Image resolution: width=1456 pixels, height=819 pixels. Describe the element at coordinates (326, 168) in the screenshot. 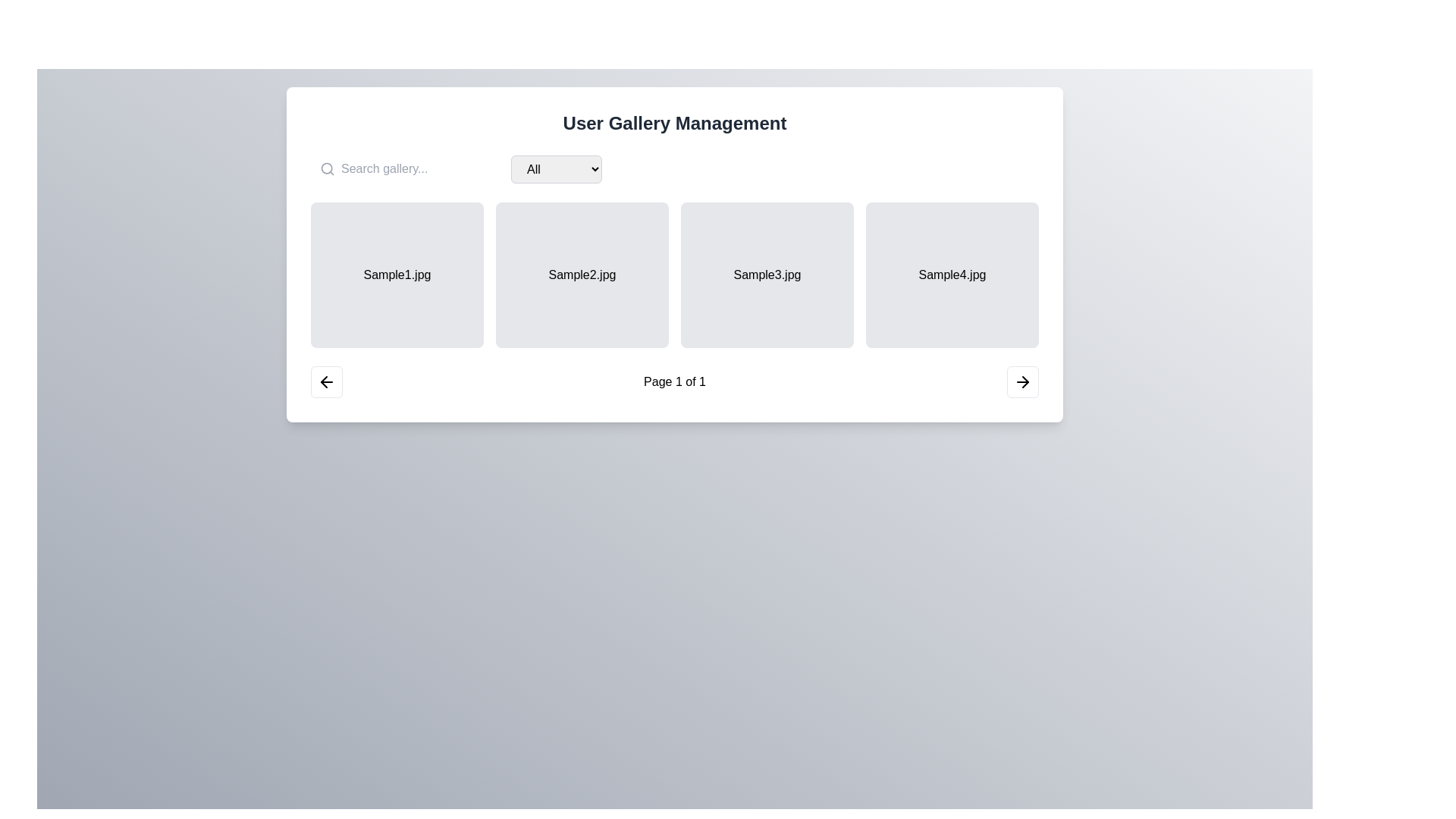

I see `the magnifying glass icon element located in the left part of the search bar` at that location.